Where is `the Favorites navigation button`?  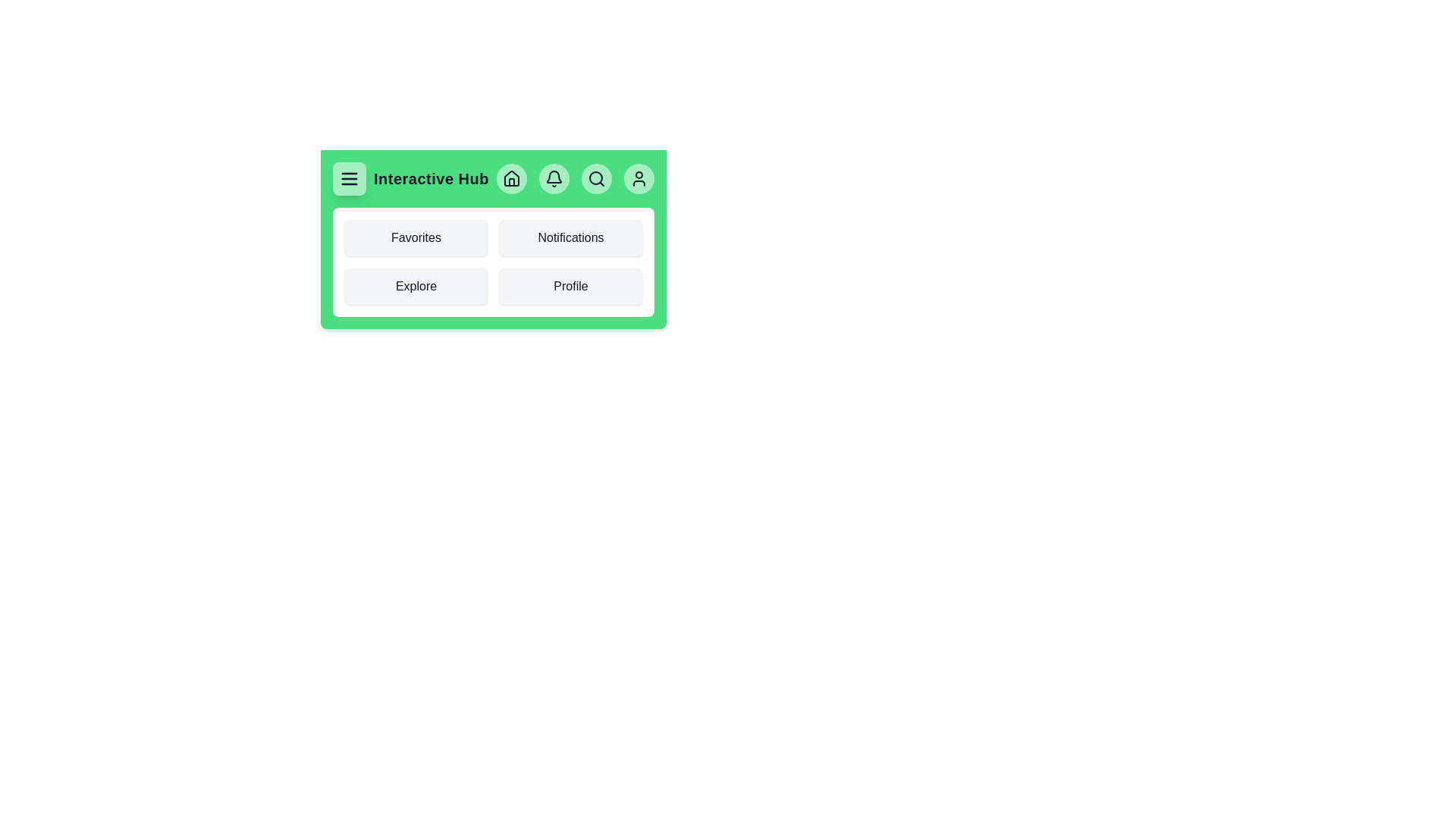
the Favorites navigation button is located at coordinates (416, 237).